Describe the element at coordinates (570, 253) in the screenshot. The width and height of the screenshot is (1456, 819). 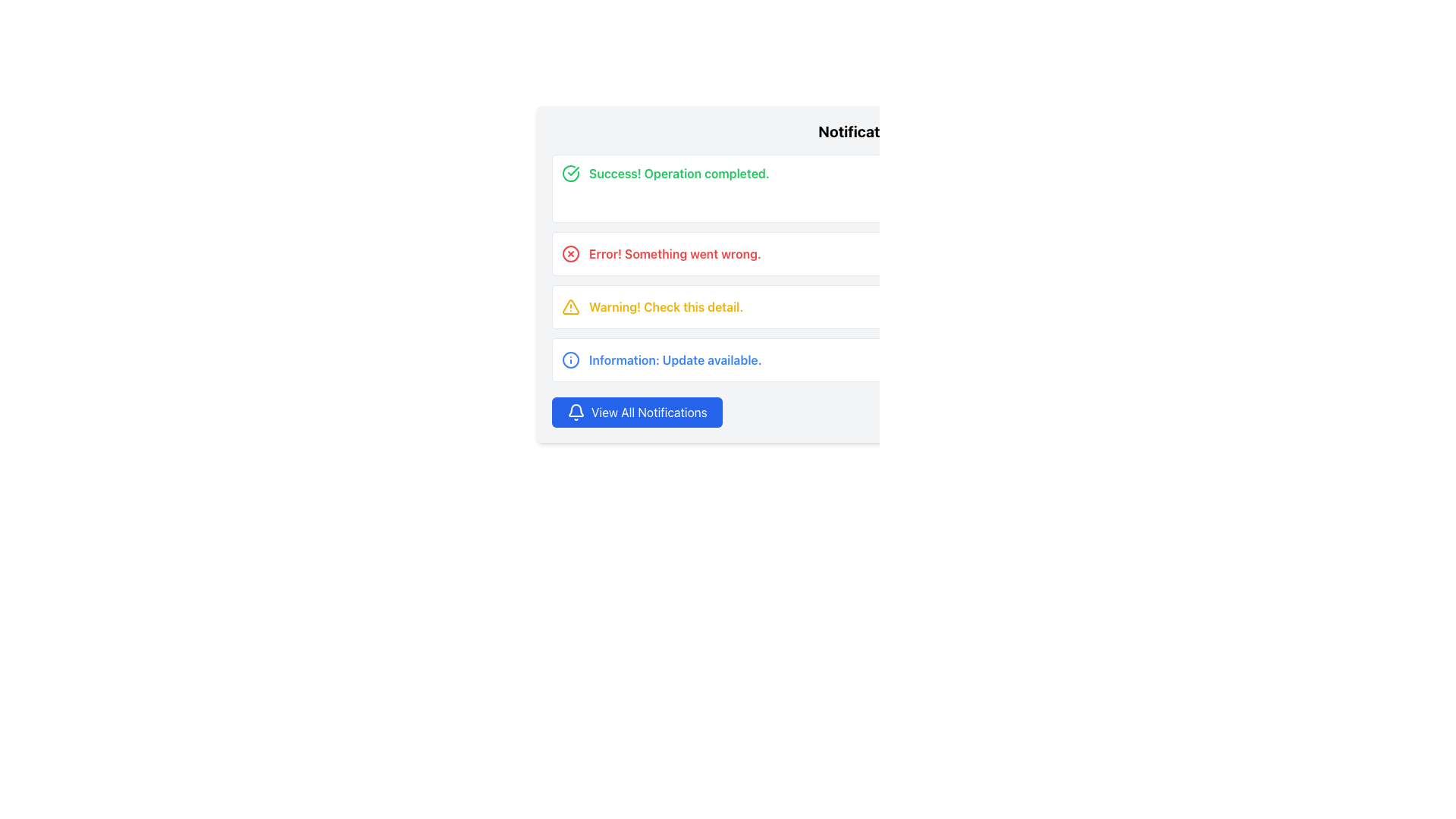
I see `the error icon located in the second notification row that indicates an error status for the message 'Error! Something went wrong.'` at that location.